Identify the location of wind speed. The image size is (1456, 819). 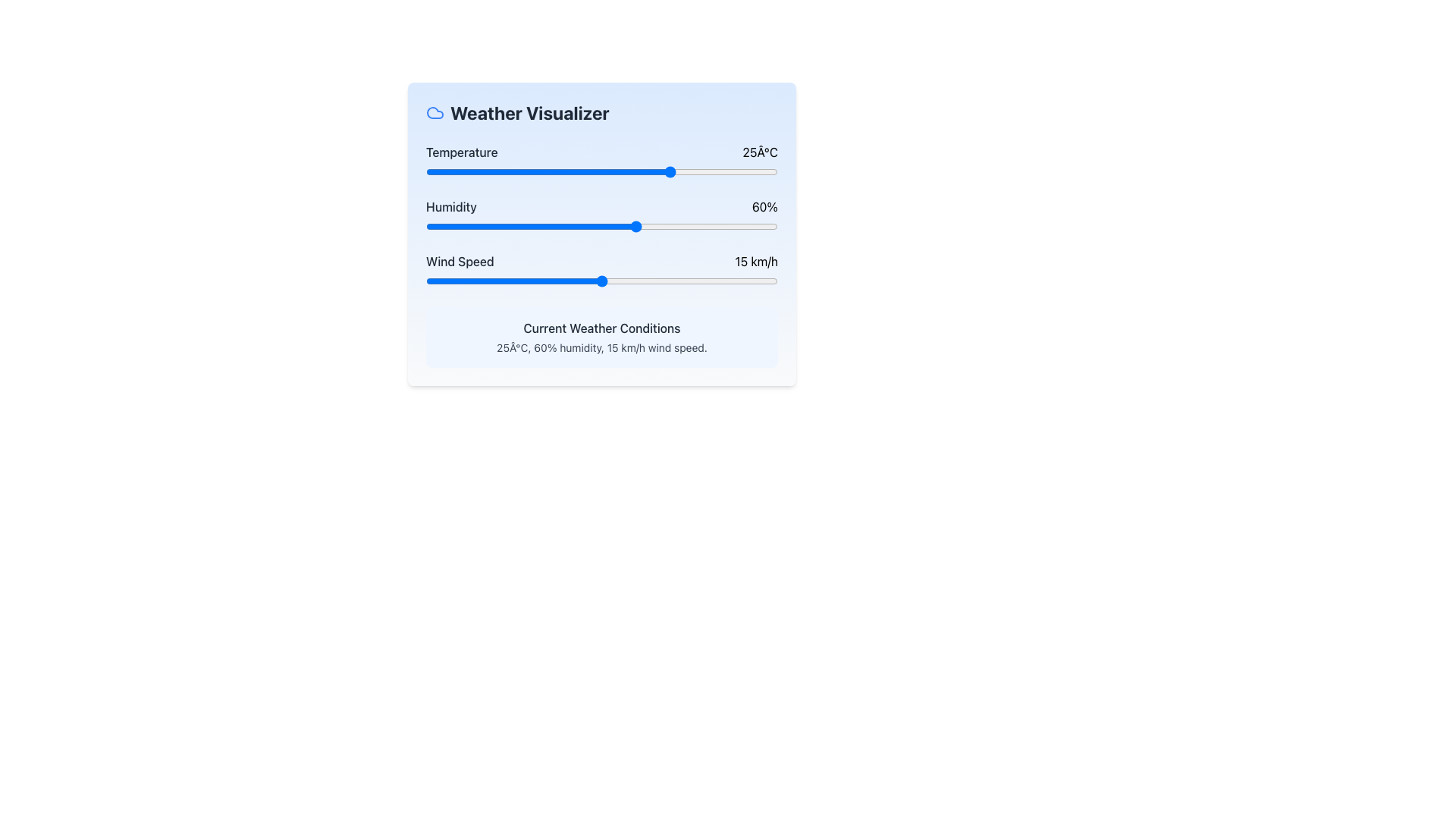
(661, 281).